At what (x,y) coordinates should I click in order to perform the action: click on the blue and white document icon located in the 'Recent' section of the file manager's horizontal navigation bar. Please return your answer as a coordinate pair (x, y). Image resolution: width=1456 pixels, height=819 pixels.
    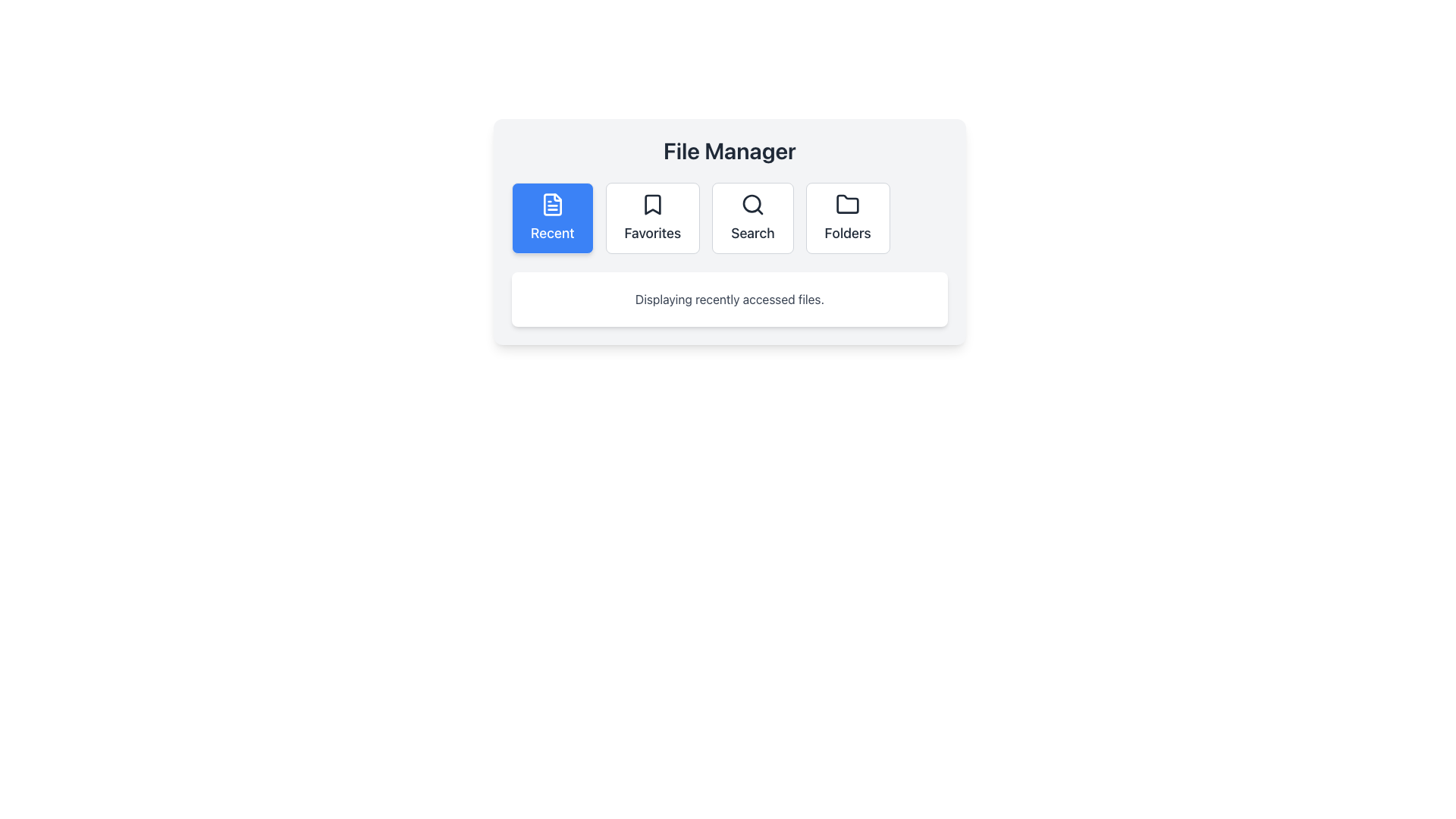
    Looking at the image, I should click on (551, 205).